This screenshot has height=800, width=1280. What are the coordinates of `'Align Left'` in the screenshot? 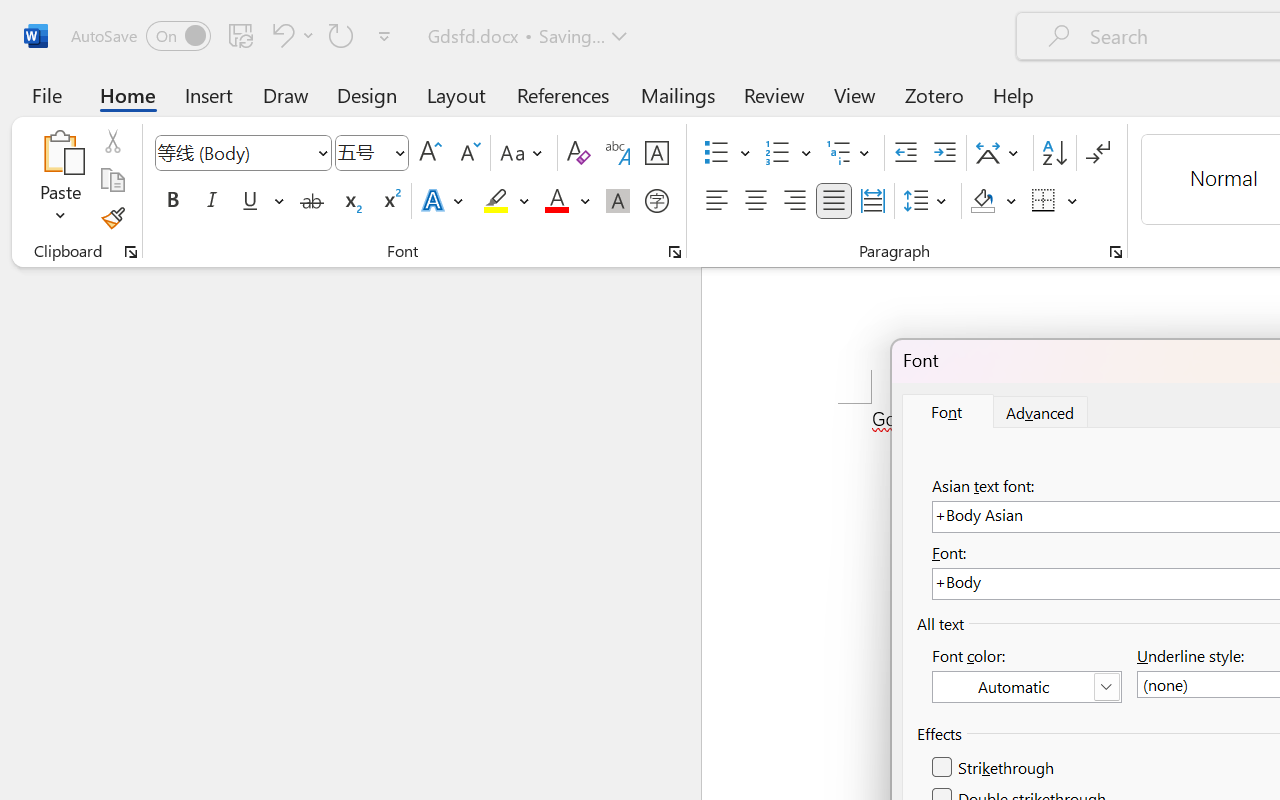 It's located at (716, 201).